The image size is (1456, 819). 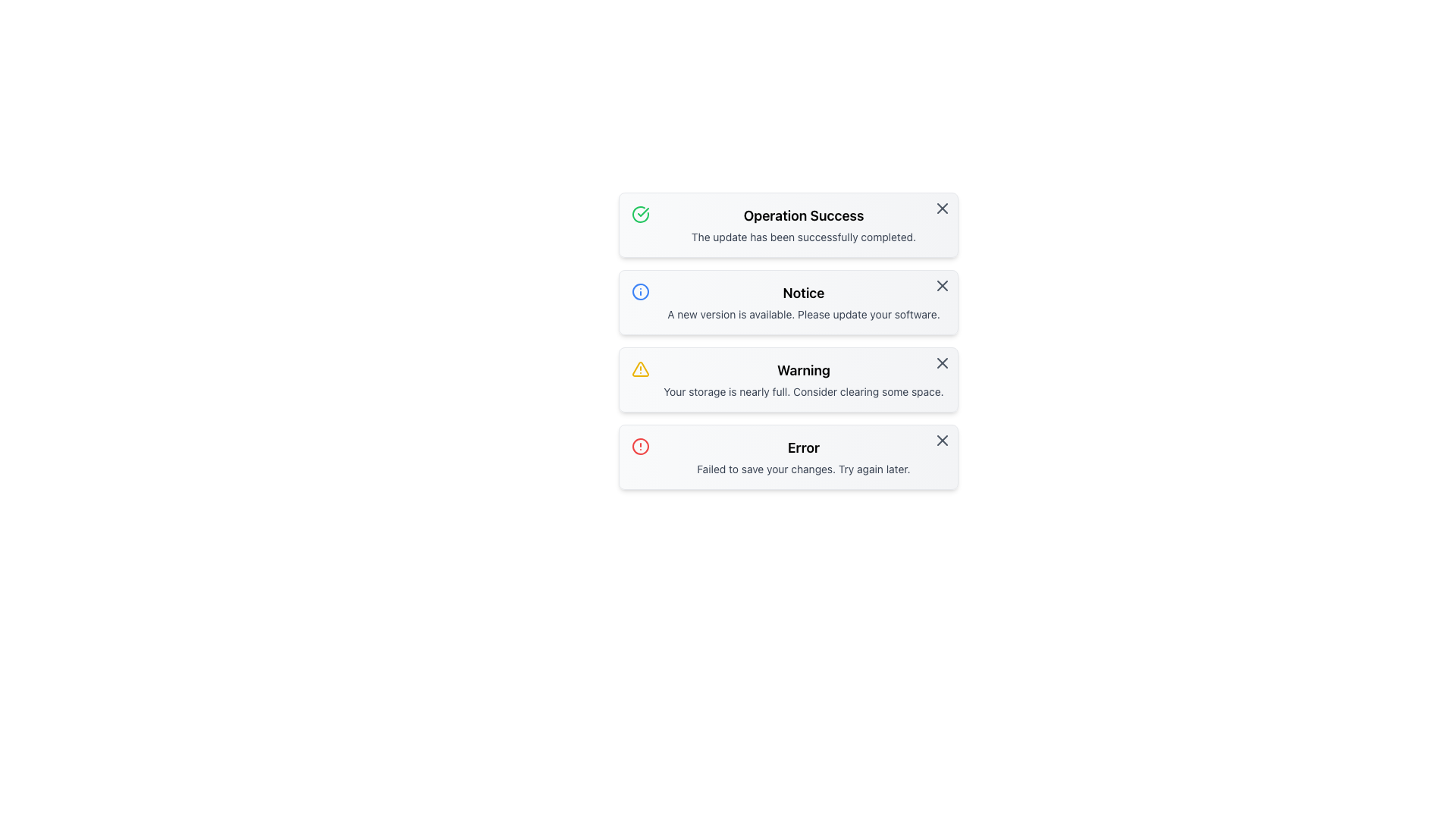 What do you see at coordinates (942, 286) in the screenshot?
I see `the close button represented by a vector graphic in the top-right corner of the notice dialog` at bounding box center [942, 286].